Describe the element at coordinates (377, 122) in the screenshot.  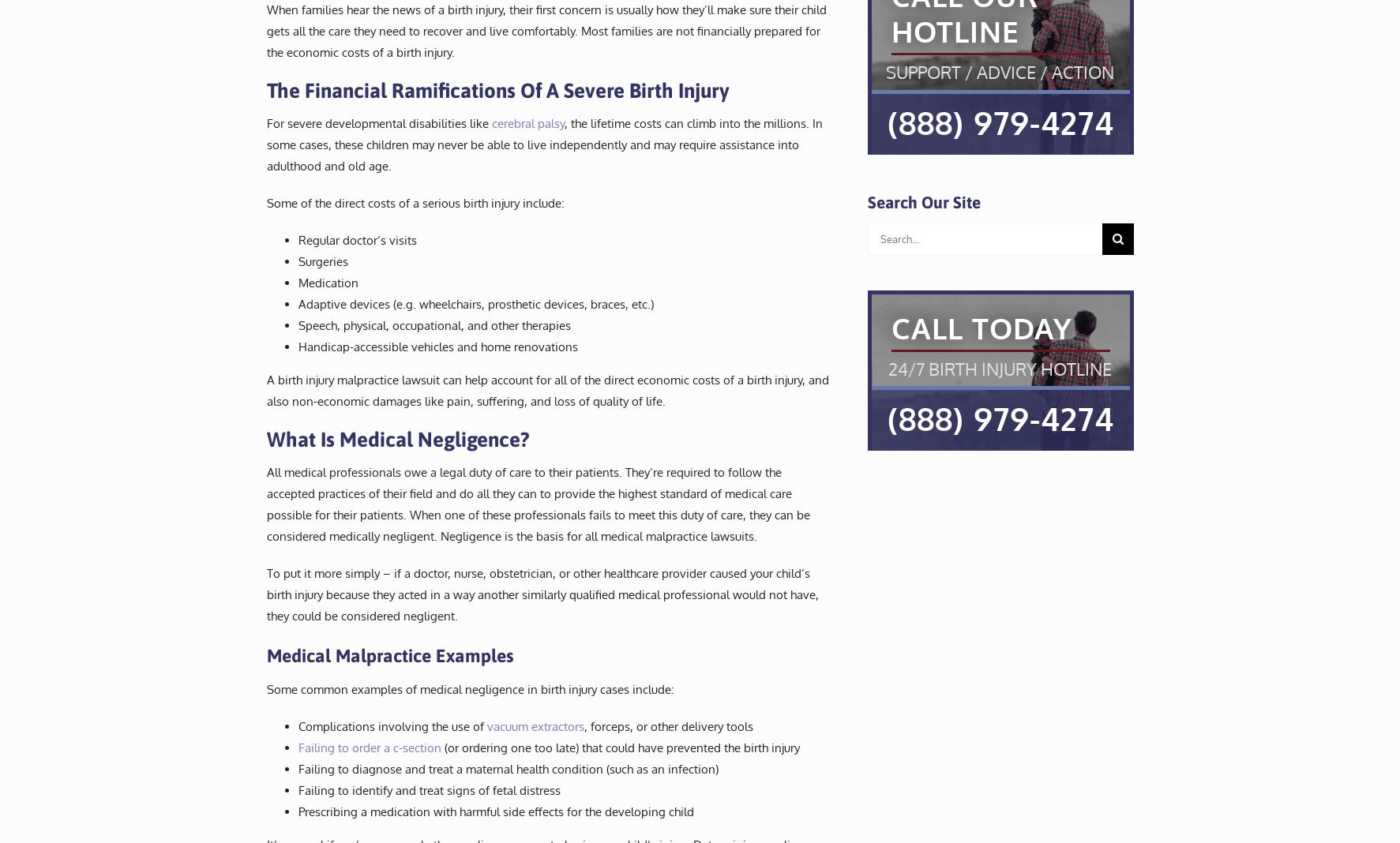
I see `'For severe developmental disabilities like'` at that location.